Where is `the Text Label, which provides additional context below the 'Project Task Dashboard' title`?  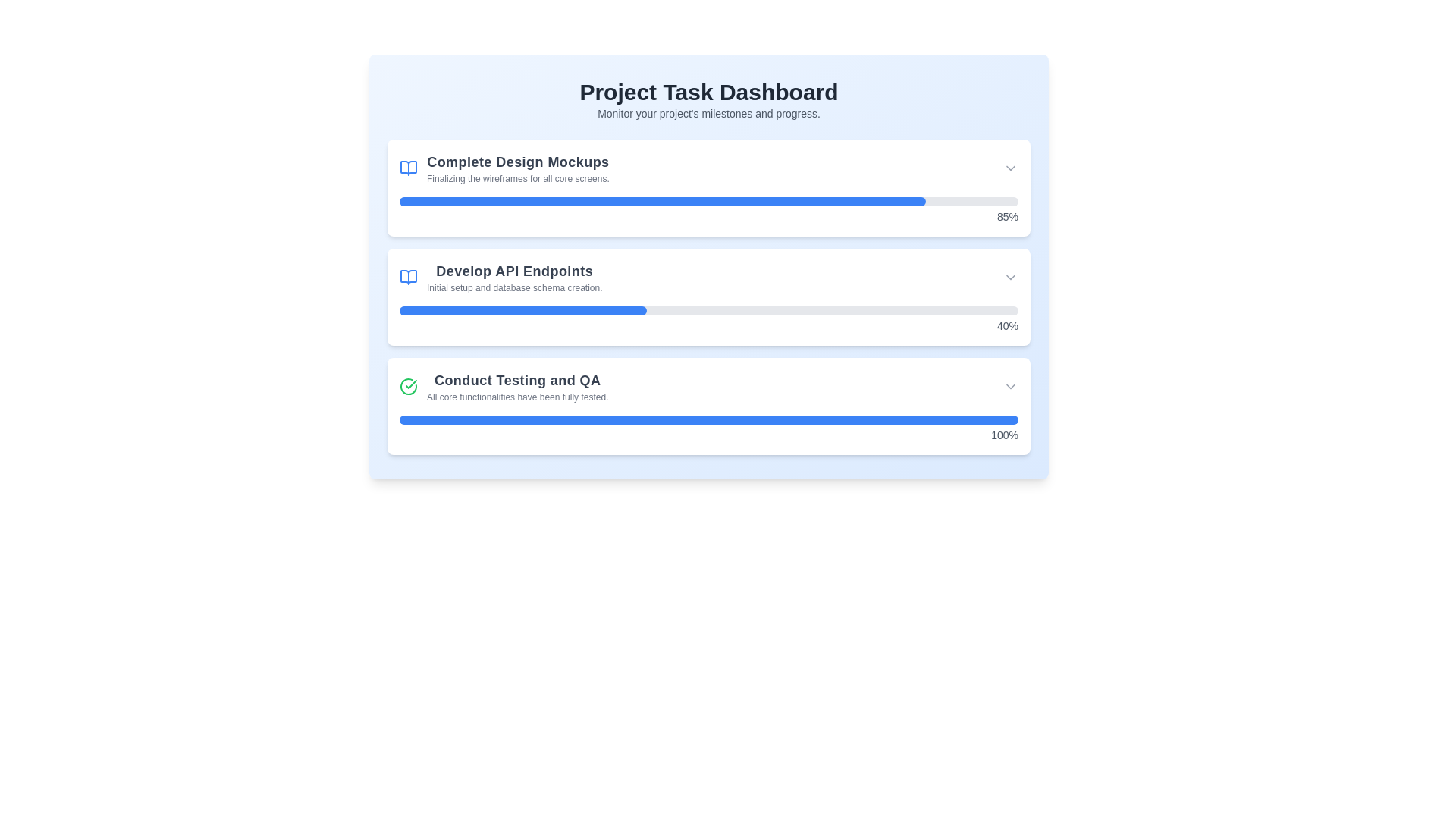
the Text Label, which provides additional context below the 'Project Task Dashboard' title is located at coordinates (708, 113).